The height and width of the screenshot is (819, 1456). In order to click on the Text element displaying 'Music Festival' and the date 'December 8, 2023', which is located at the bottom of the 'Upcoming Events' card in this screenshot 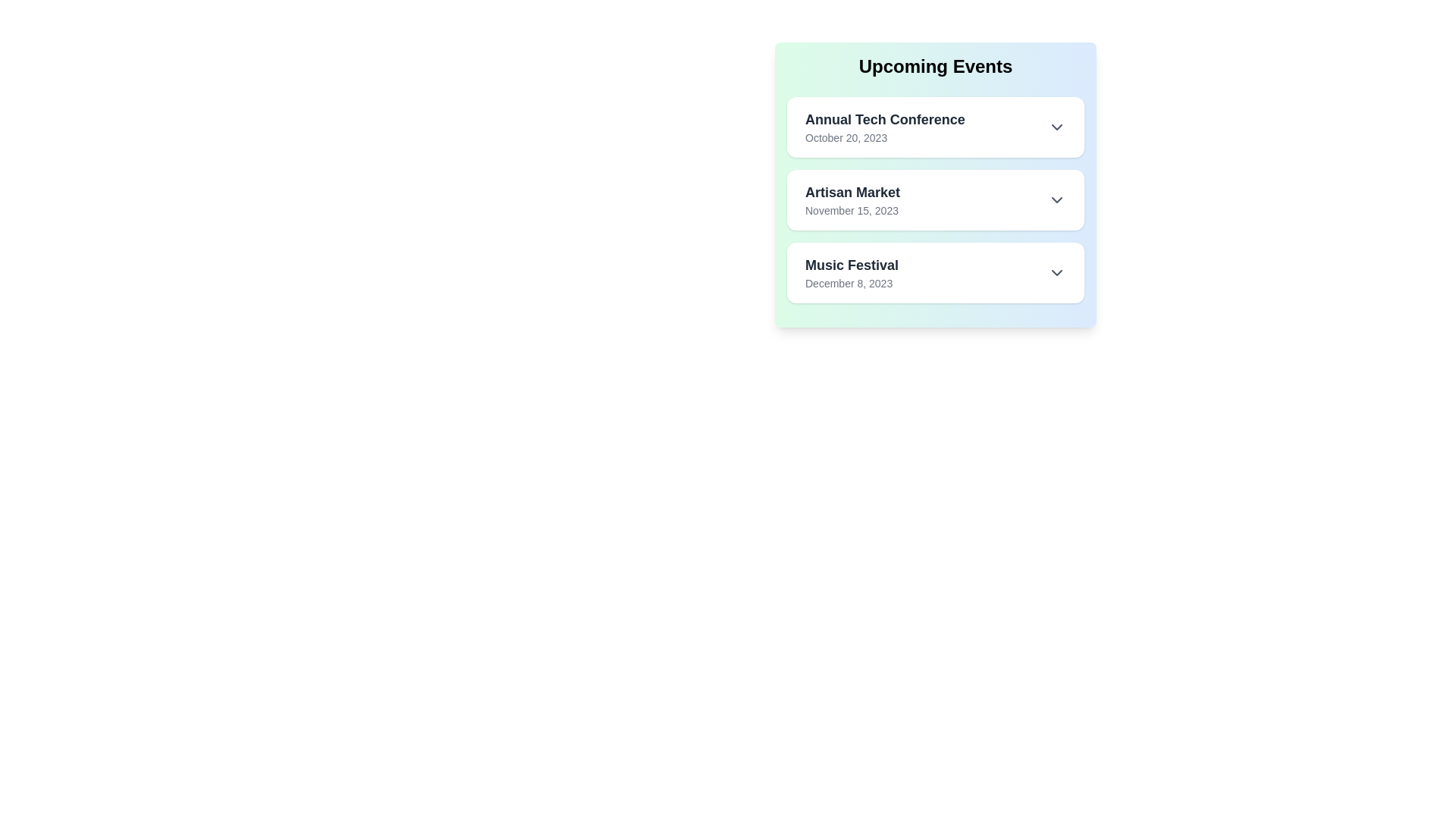, I will do `click(852, 271)`.